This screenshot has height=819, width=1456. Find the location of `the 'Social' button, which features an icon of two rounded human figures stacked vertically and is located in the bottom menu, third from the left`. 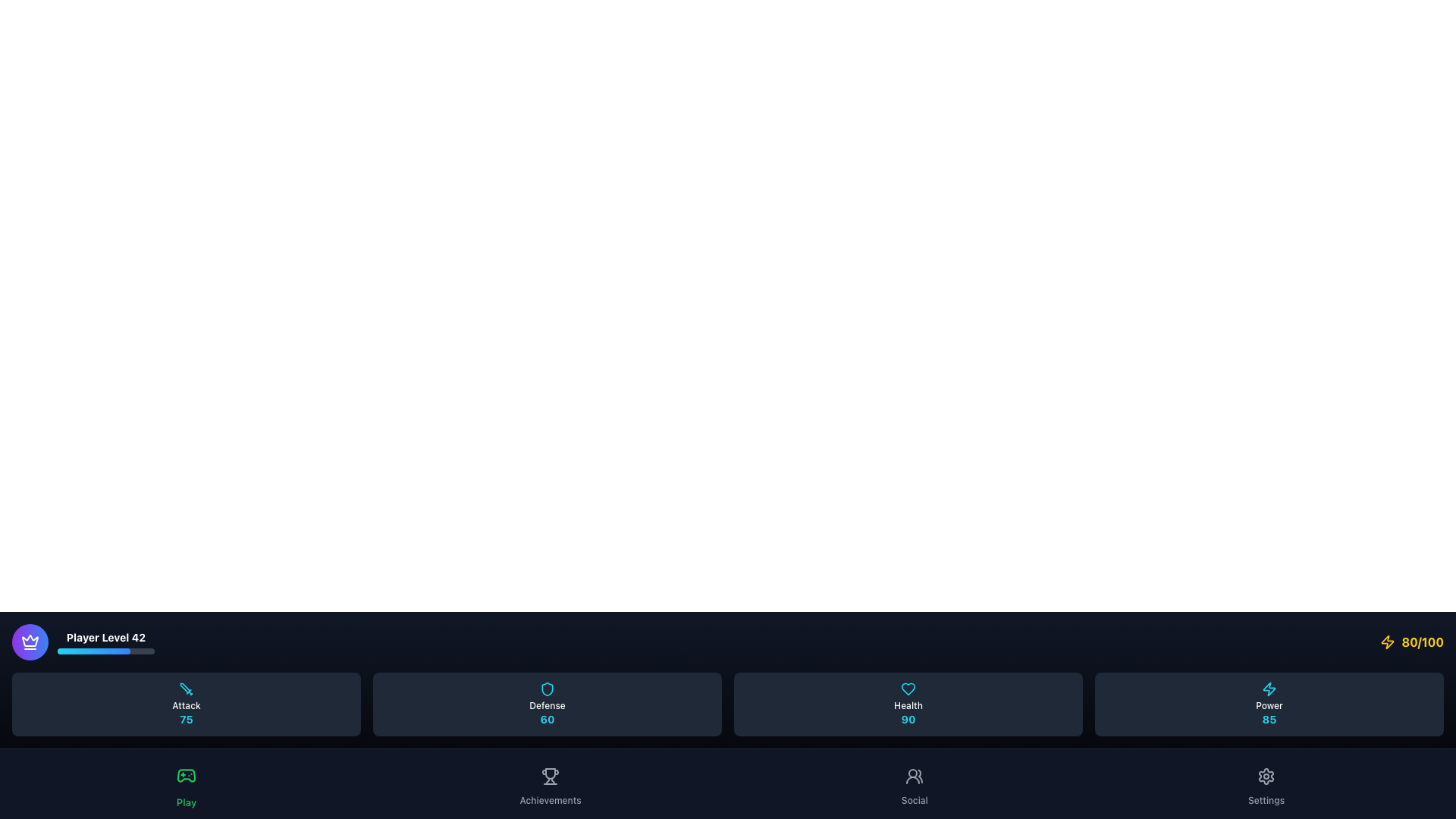

the 'Social' button, which features an icon of two rounded human figures stacked vertically and is located in the bottom menu, third from the left is located at coordinates (914, 783).